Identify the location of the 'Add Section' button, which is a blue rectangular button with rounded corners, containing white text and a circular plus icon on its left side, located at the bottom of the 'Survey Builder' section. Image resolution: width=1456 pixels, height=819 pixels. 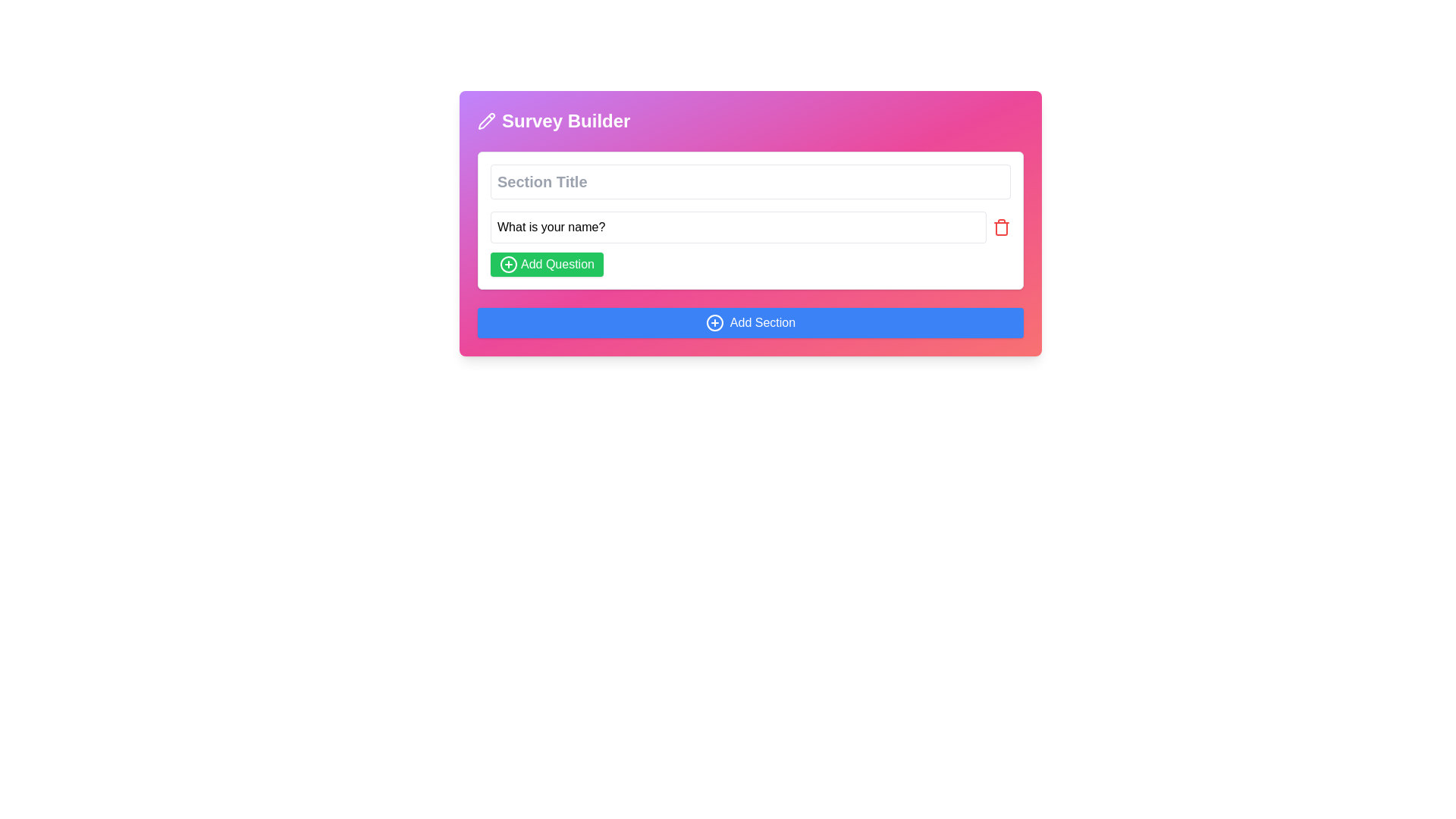
(750, 322).